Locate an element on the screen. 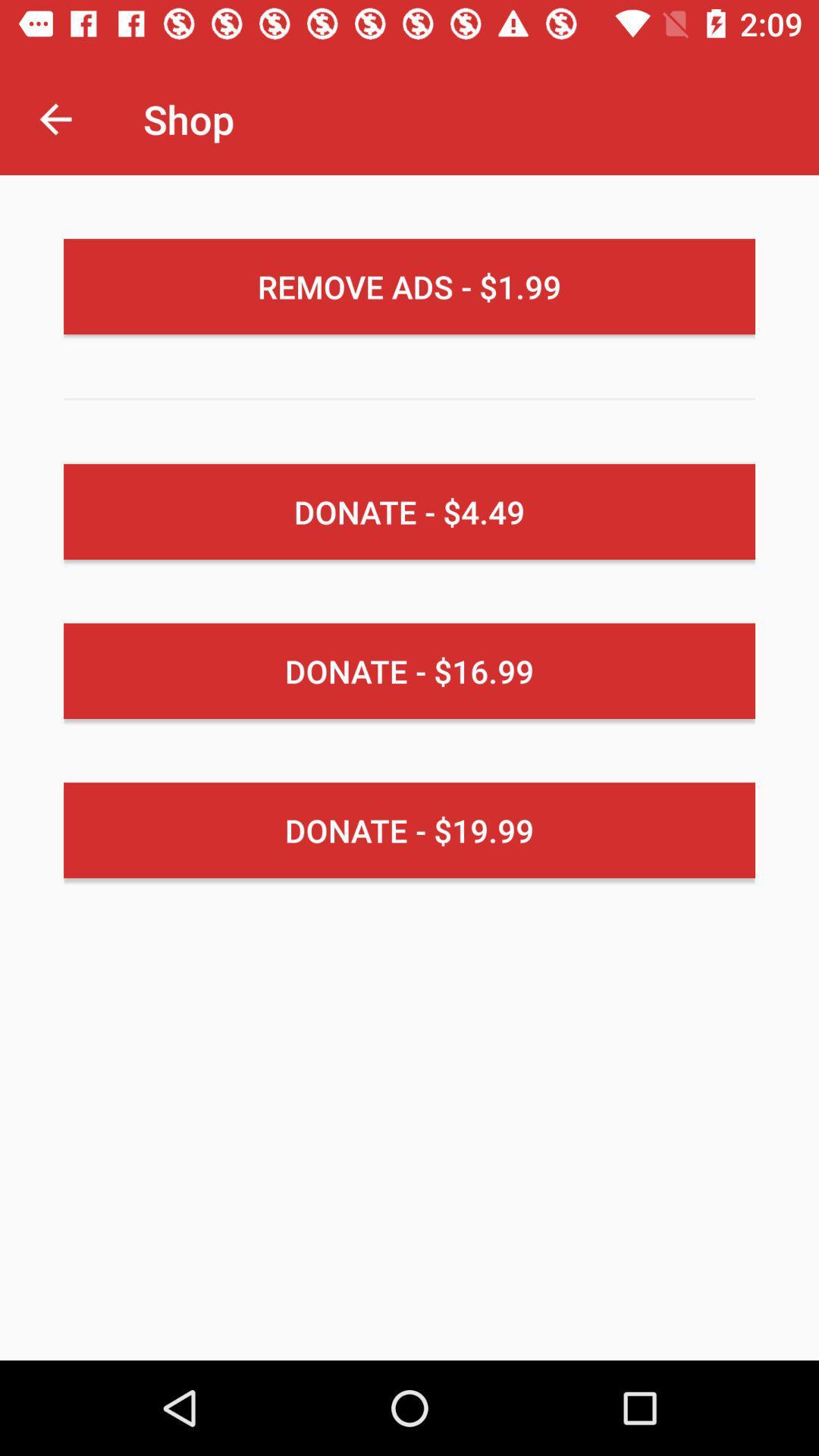  the icon to the left of the shop is located at coordinates (55, 118).